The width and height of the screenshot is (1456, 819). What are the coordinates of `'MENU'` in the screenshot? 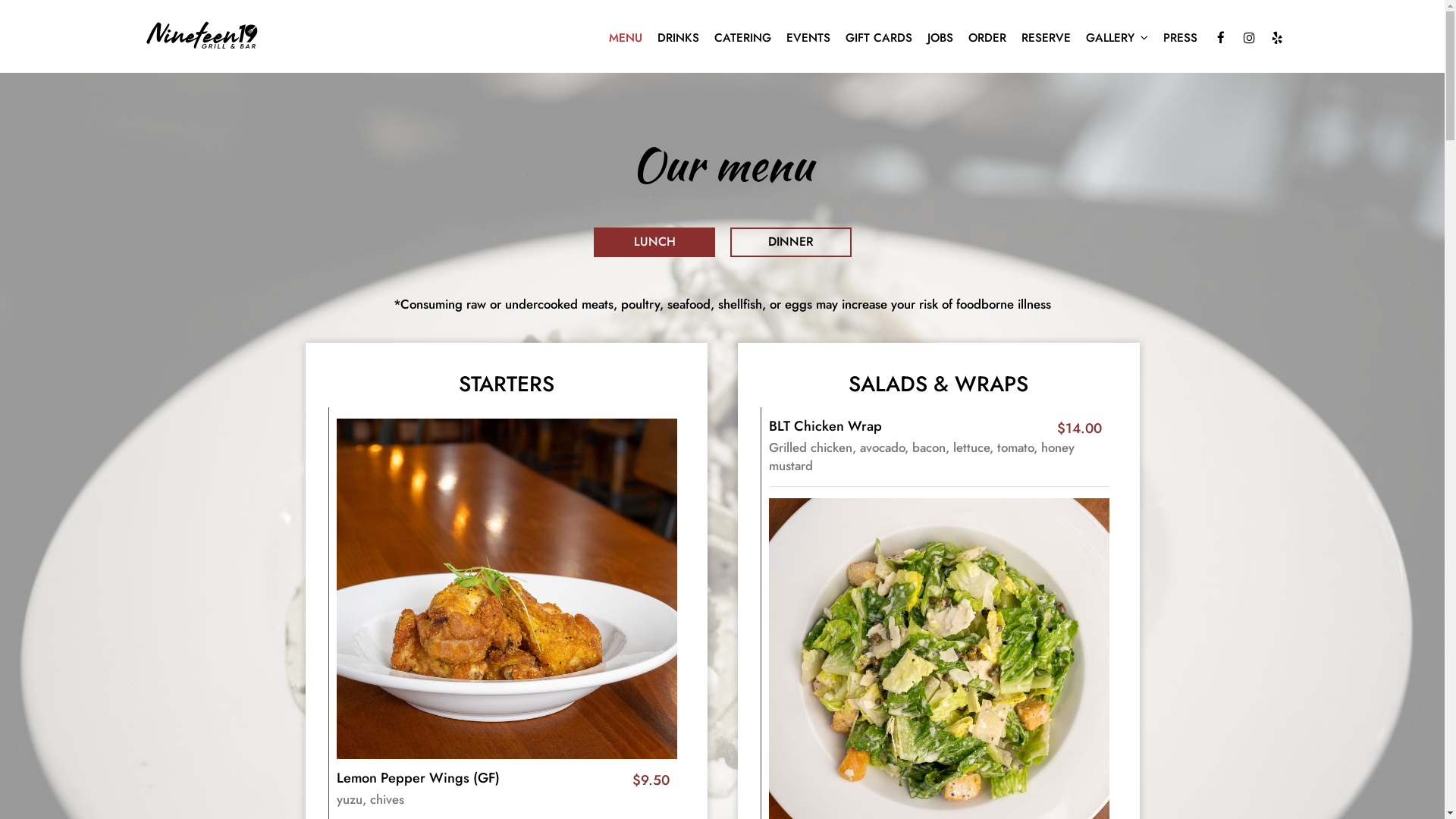 It's located at (600, 37).